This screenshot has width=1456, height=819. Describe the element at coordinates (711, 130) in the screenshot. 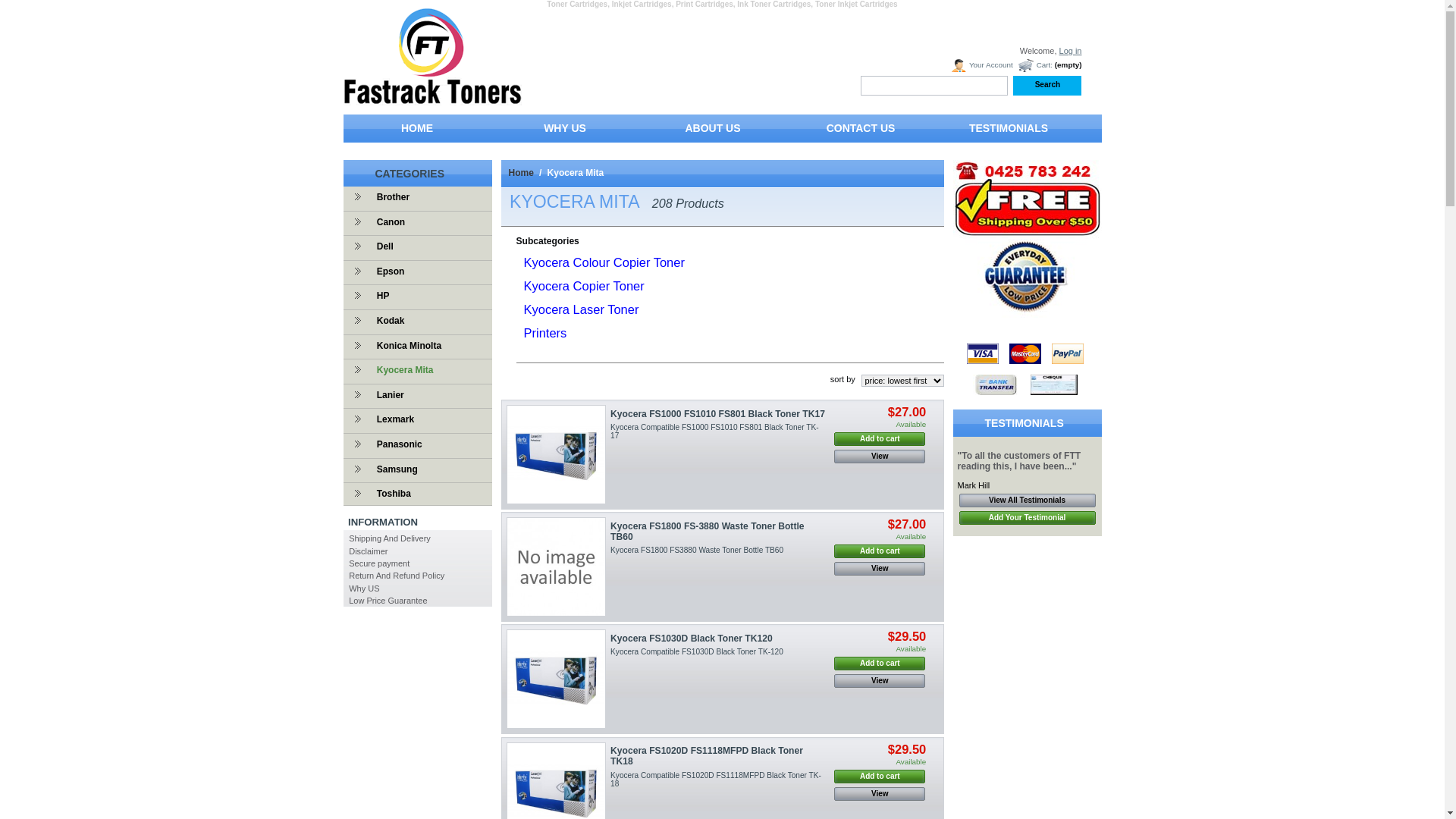

I see `'ABOUT US'` at that location.